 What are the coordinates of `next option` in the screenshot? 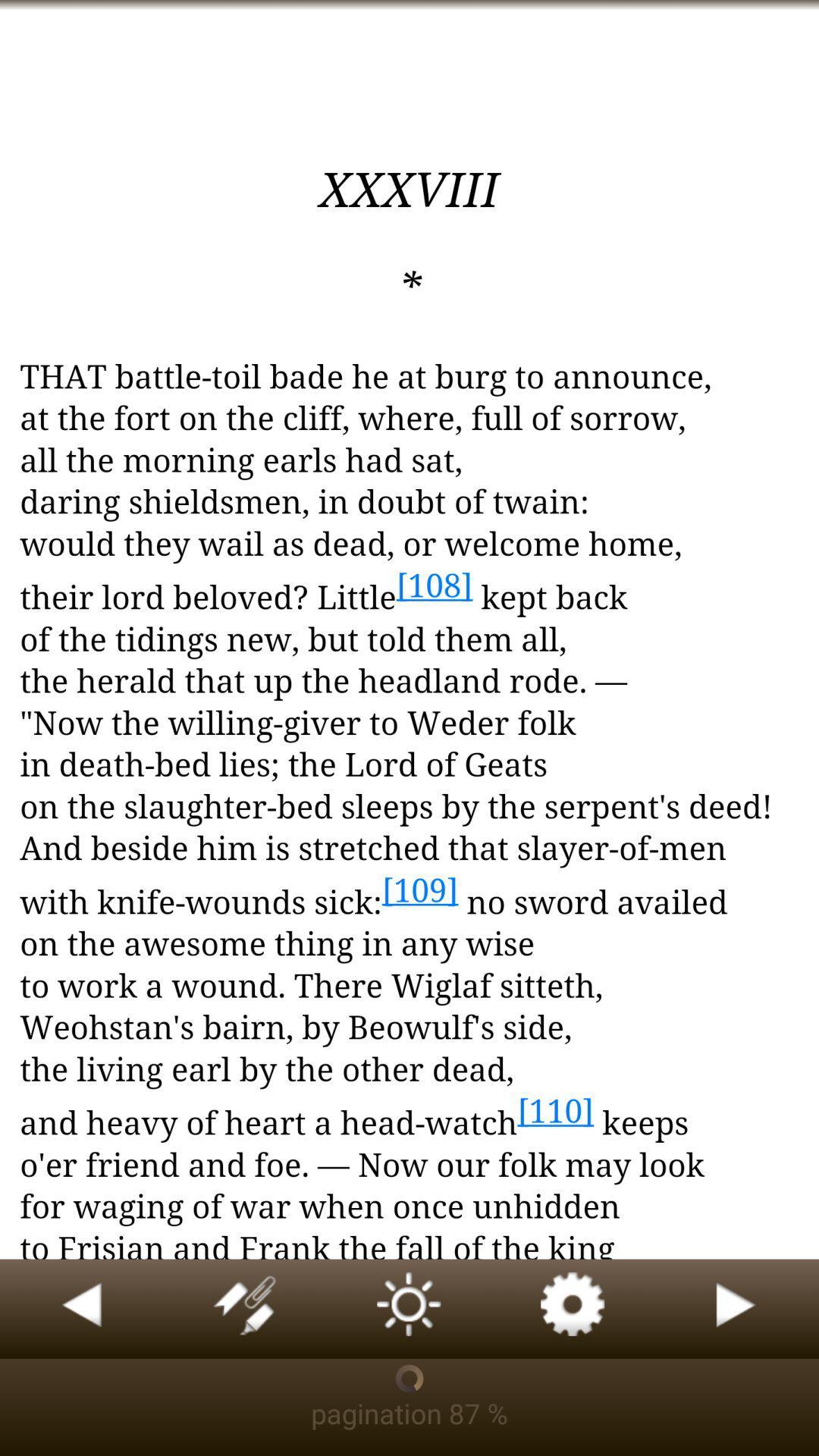 It's located at (736, 1308).